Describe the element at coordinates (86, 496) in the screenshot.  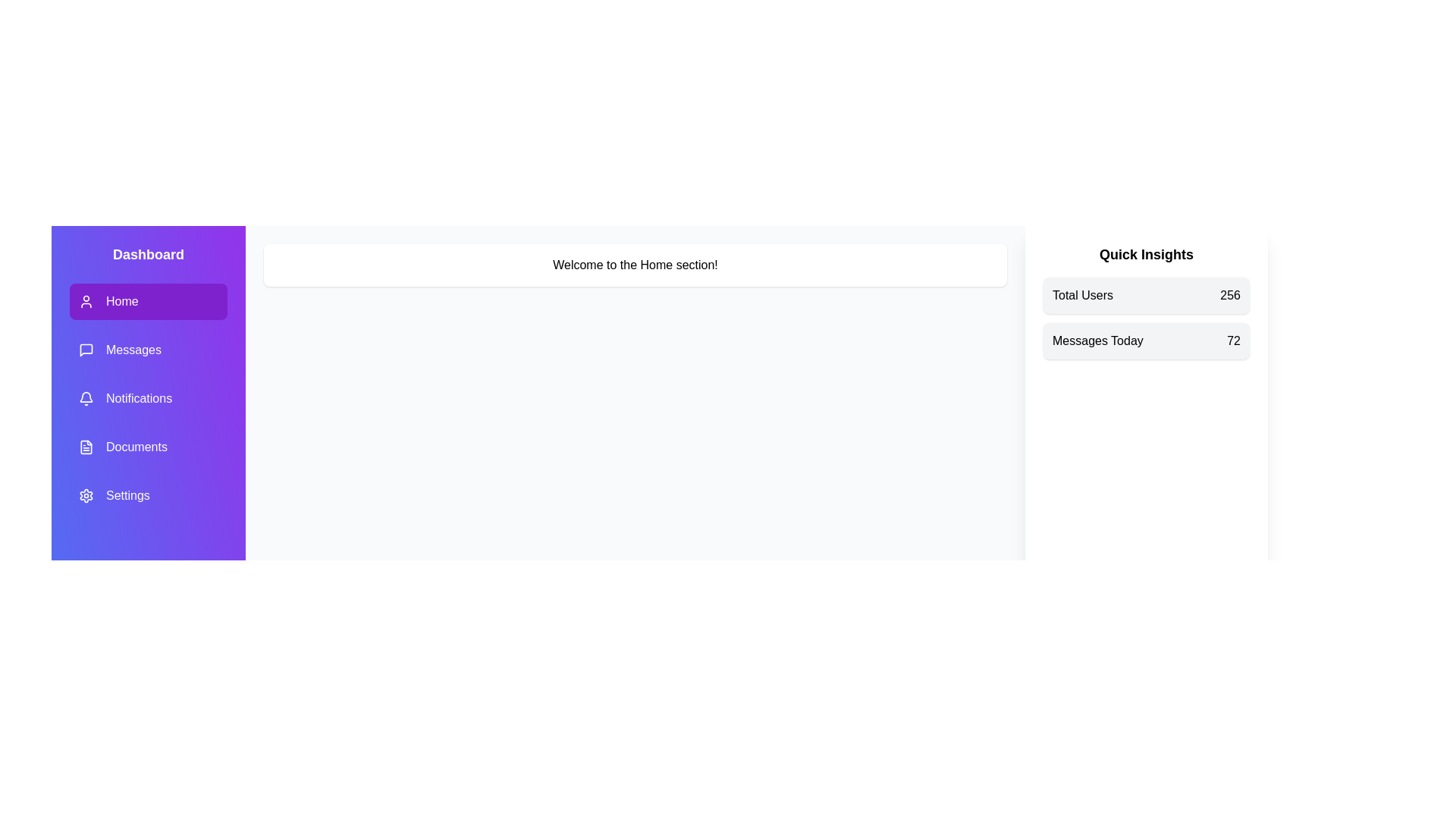
I see `the gear-shaped settings icon located in the bottom part of the vertical menu on the left side of the interface, under the label 'Settings'` at that location.